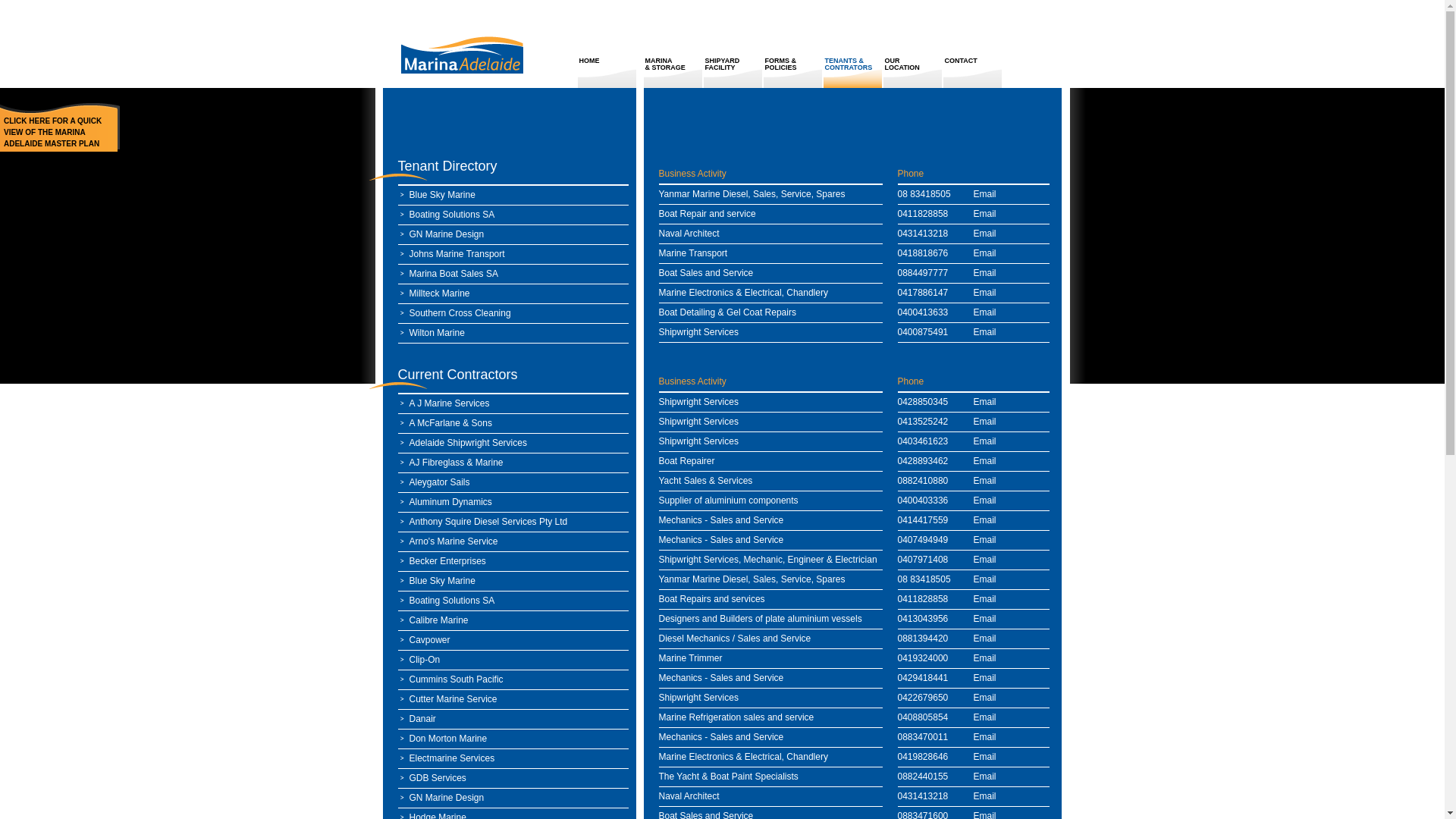 The width and height of the screenshot is (1456, 819). Describe the element at coordinates (985, 657) in the screenshot. I see `'Email'` at that location.